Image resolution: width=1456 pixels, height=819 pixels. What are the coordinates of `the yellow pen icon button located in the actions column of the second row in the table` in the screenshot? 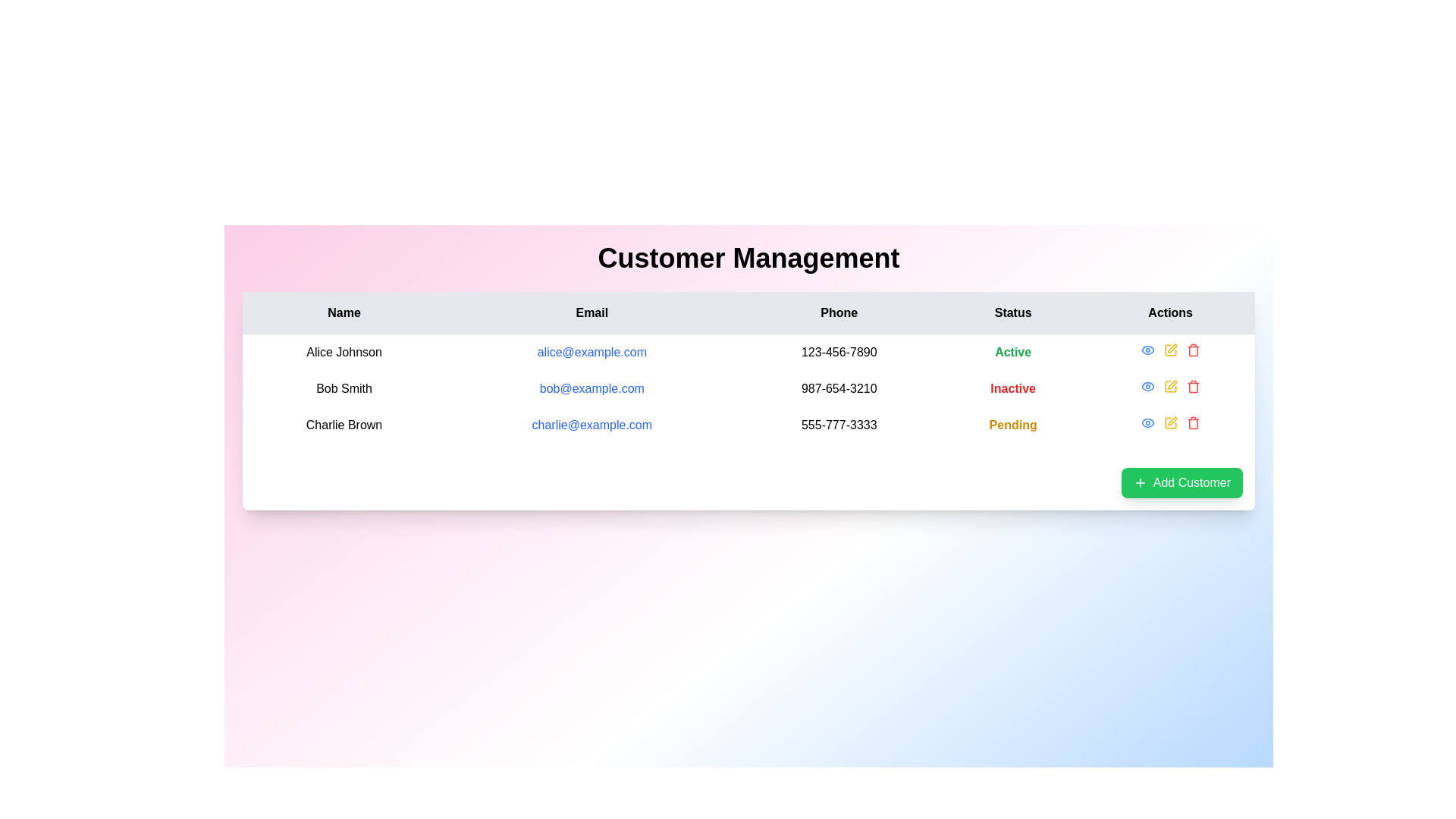 It's located at (1169, 385).